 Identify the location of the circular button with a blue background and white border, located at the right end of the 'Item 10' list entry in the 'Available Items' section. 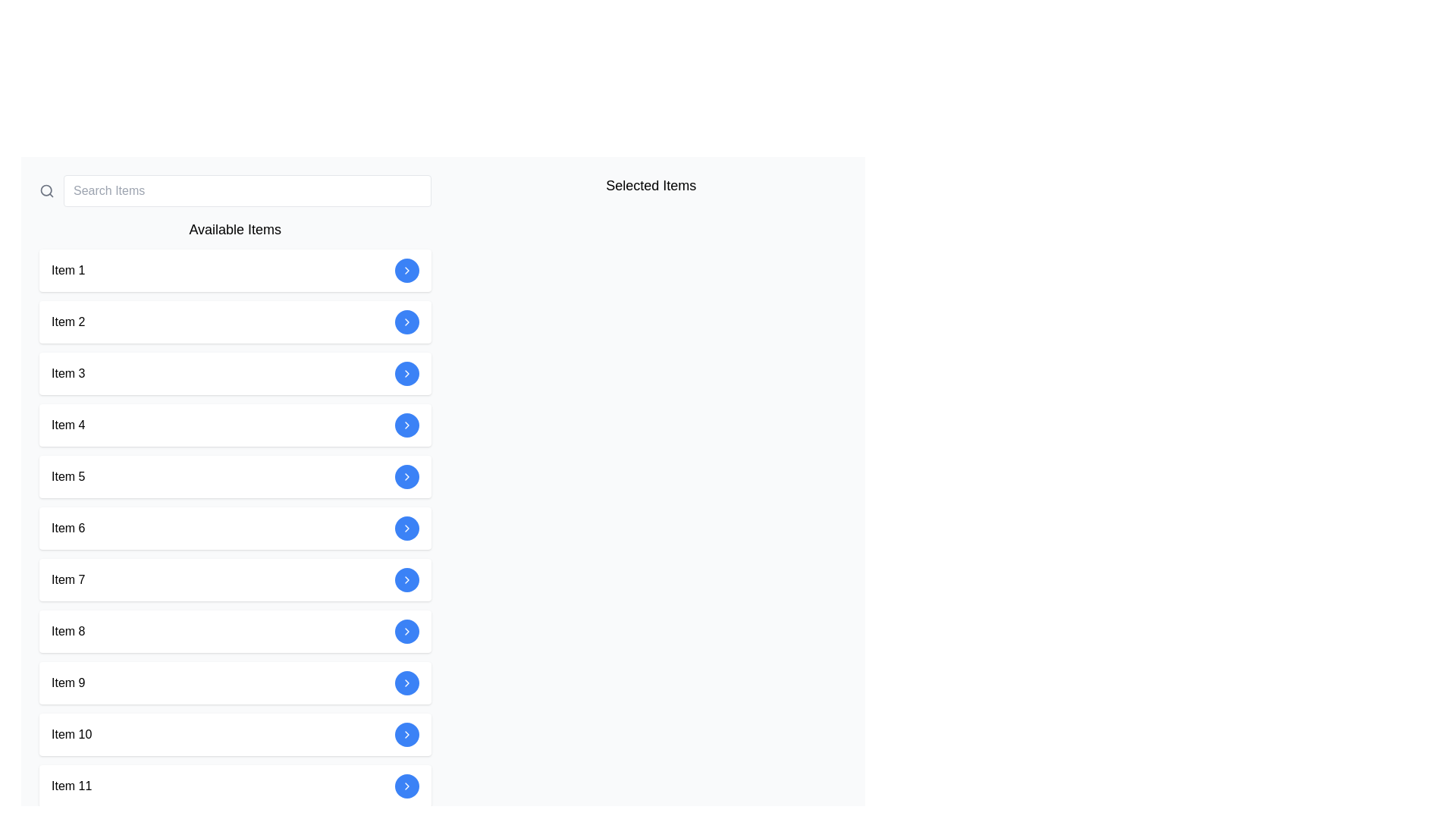
(406, 733).